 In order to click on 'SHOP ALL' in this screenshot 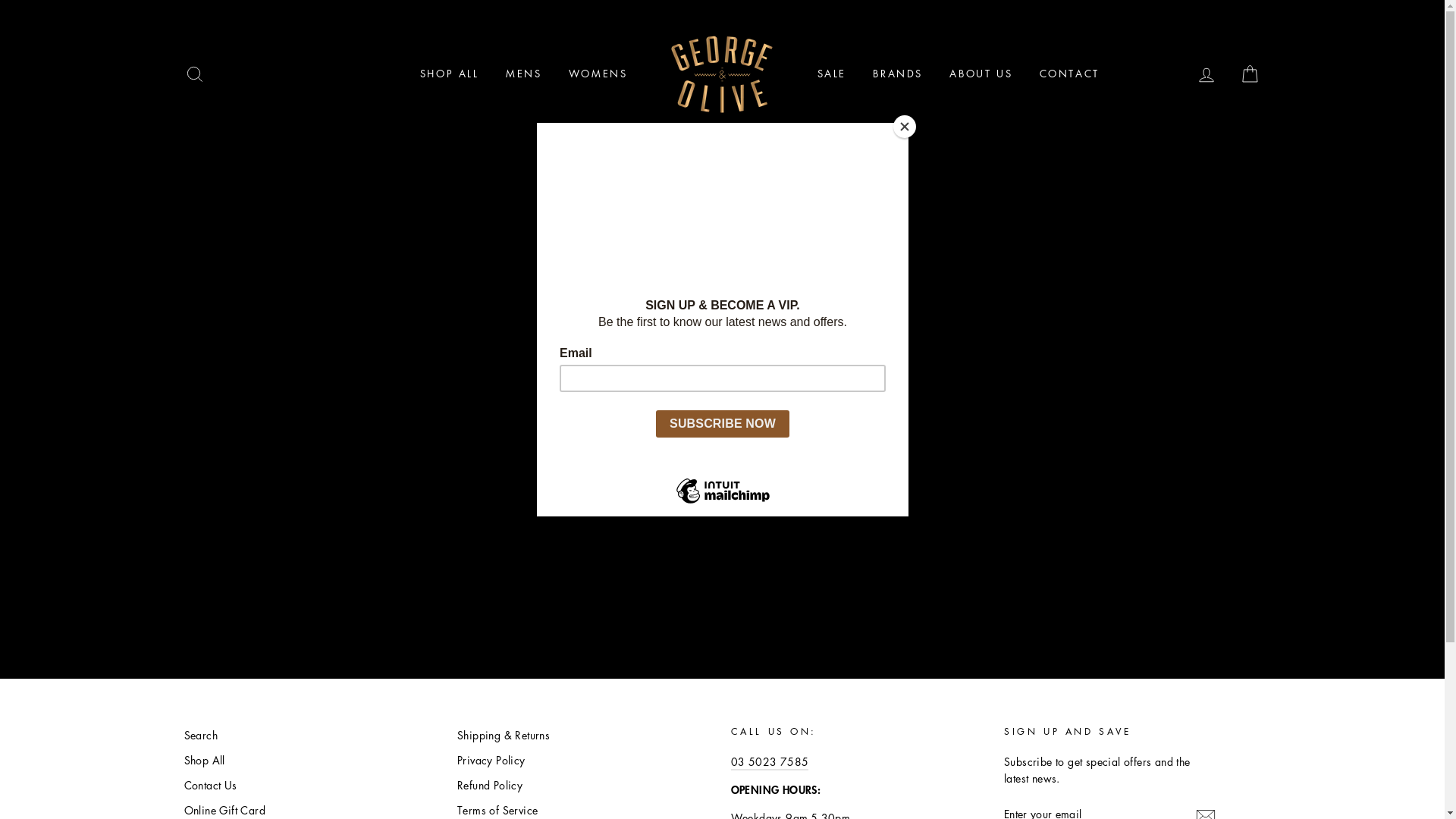, I will do `click(449, 74)`.